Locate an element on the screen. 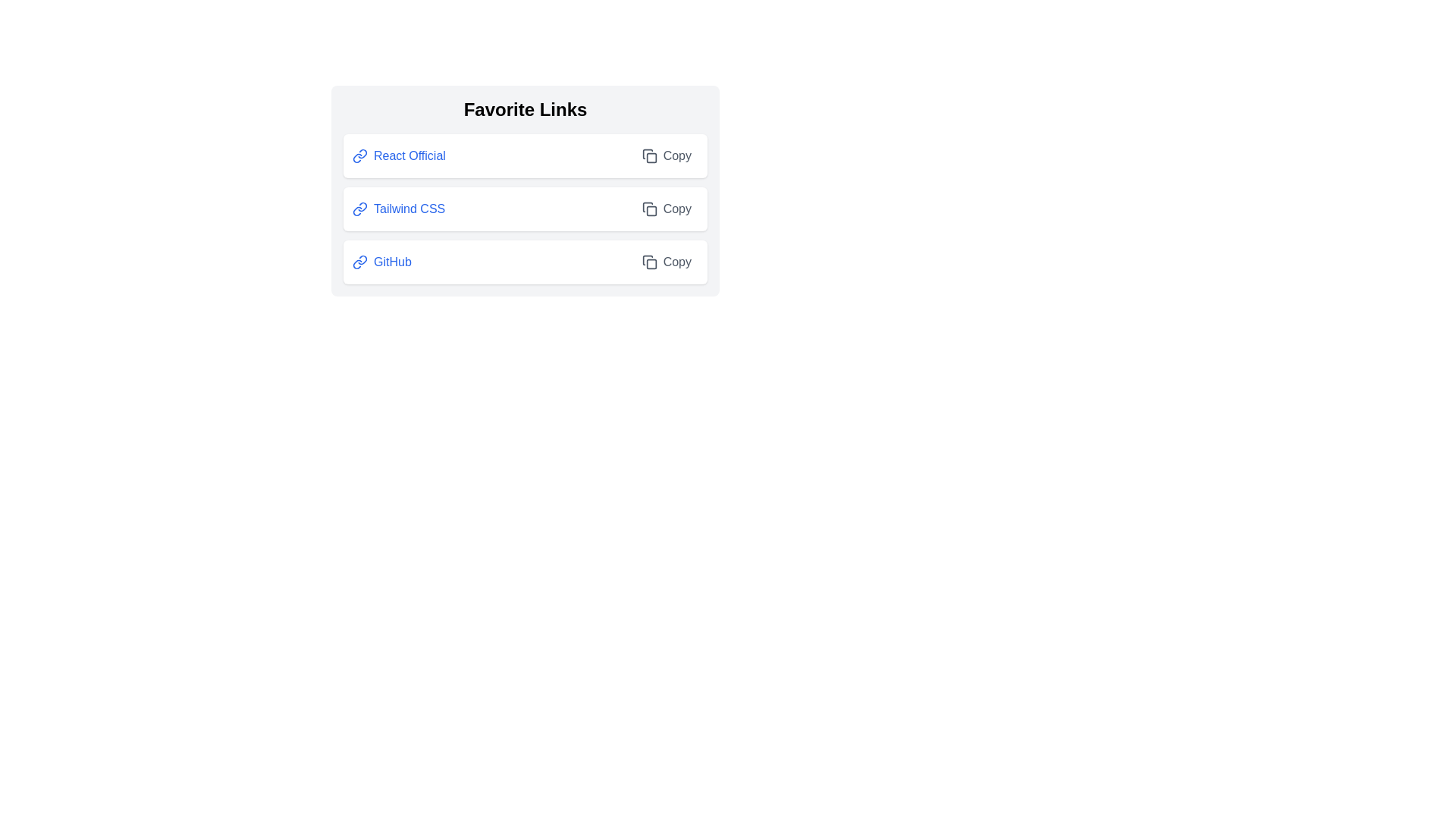  the text label 'Copy' which is styled in gray and indicates copy functionality, positioned inline with an icon of two overlapping squares in the 'Favorite Links' list is located at coordinates (676, 155).